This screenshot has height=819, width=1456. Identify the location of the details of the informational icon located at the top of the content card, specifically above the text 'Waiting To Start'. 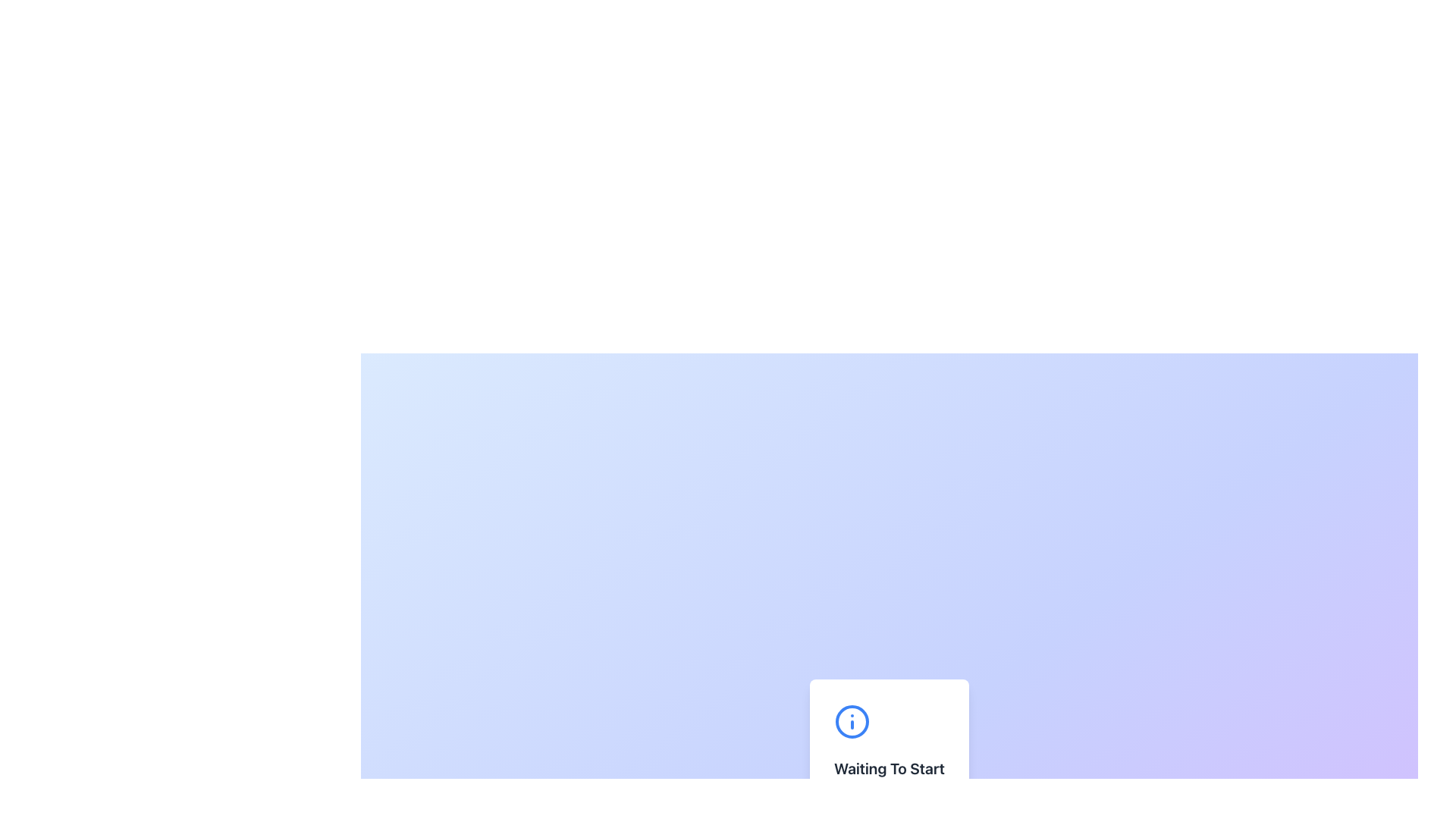
(889, 721).